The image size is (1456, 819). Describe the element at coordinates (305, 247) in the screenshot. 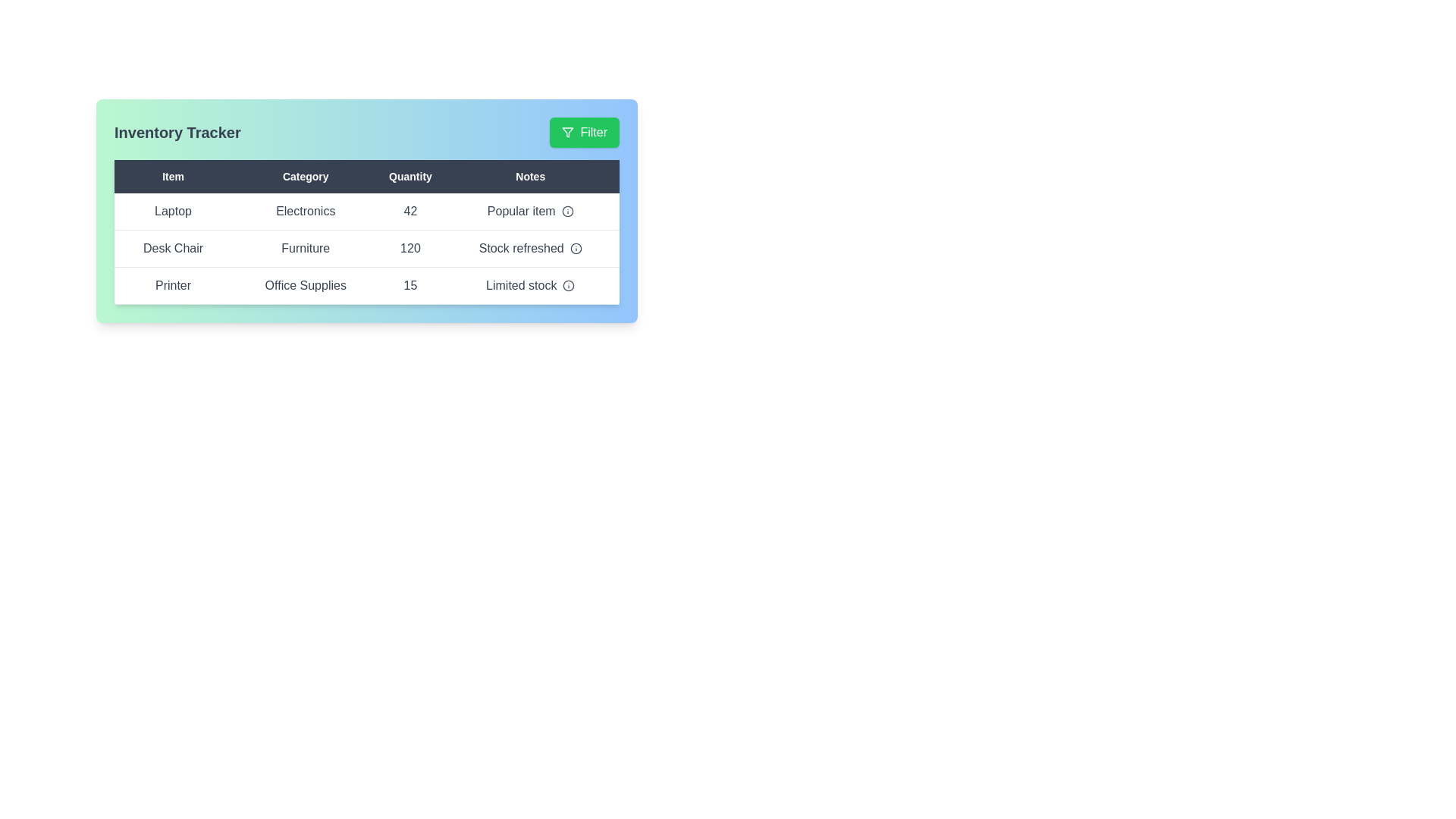

I see `the cell containing Furniture to select its text` at that location.